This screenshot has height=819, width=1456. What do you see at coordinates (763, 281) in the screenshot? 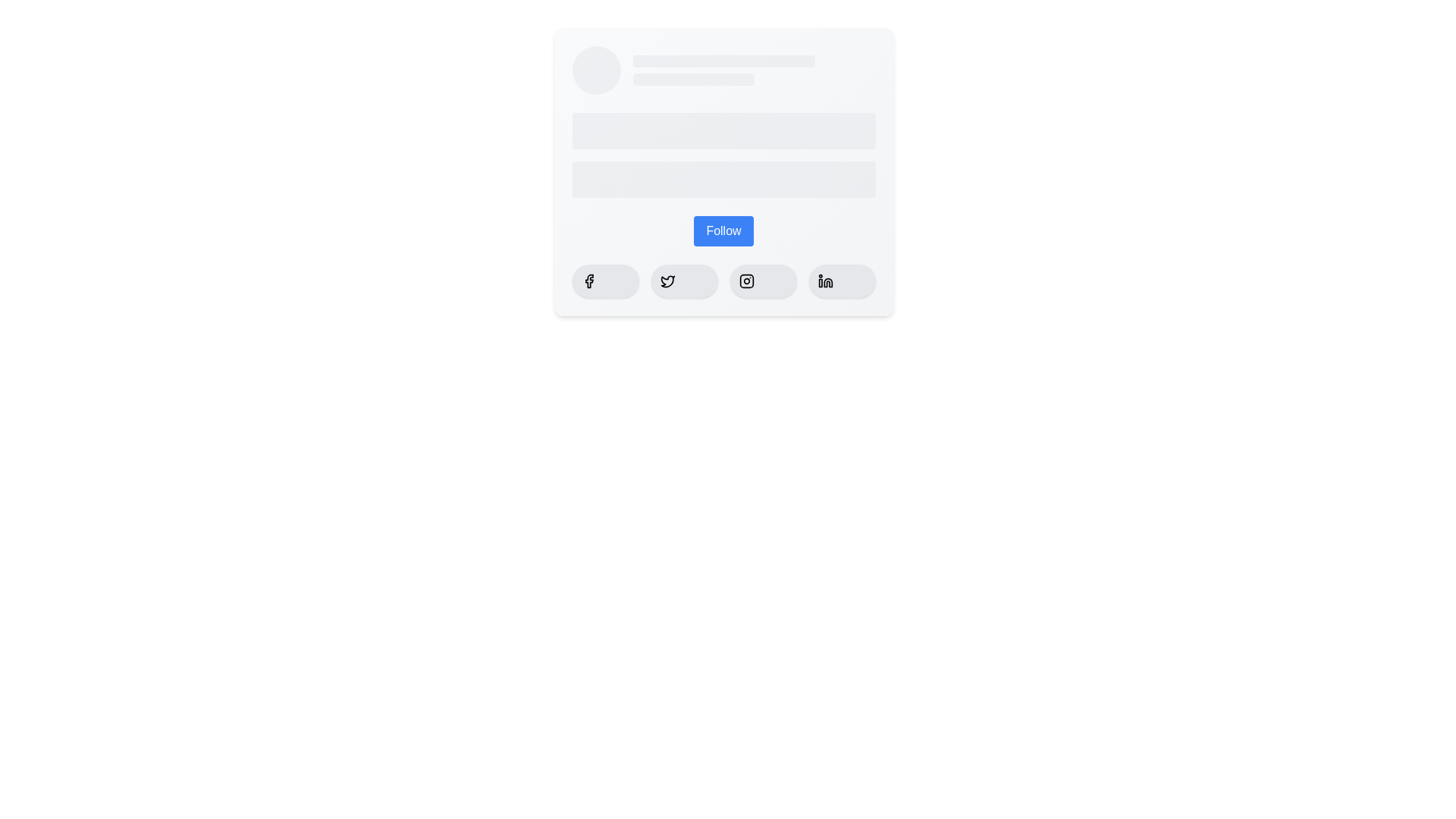
I see `the Instagram button located at the bottom of the card-like section, positioned to the right of the Twitter button and left of the LinkedIn button` at bounding box center [763, 281].